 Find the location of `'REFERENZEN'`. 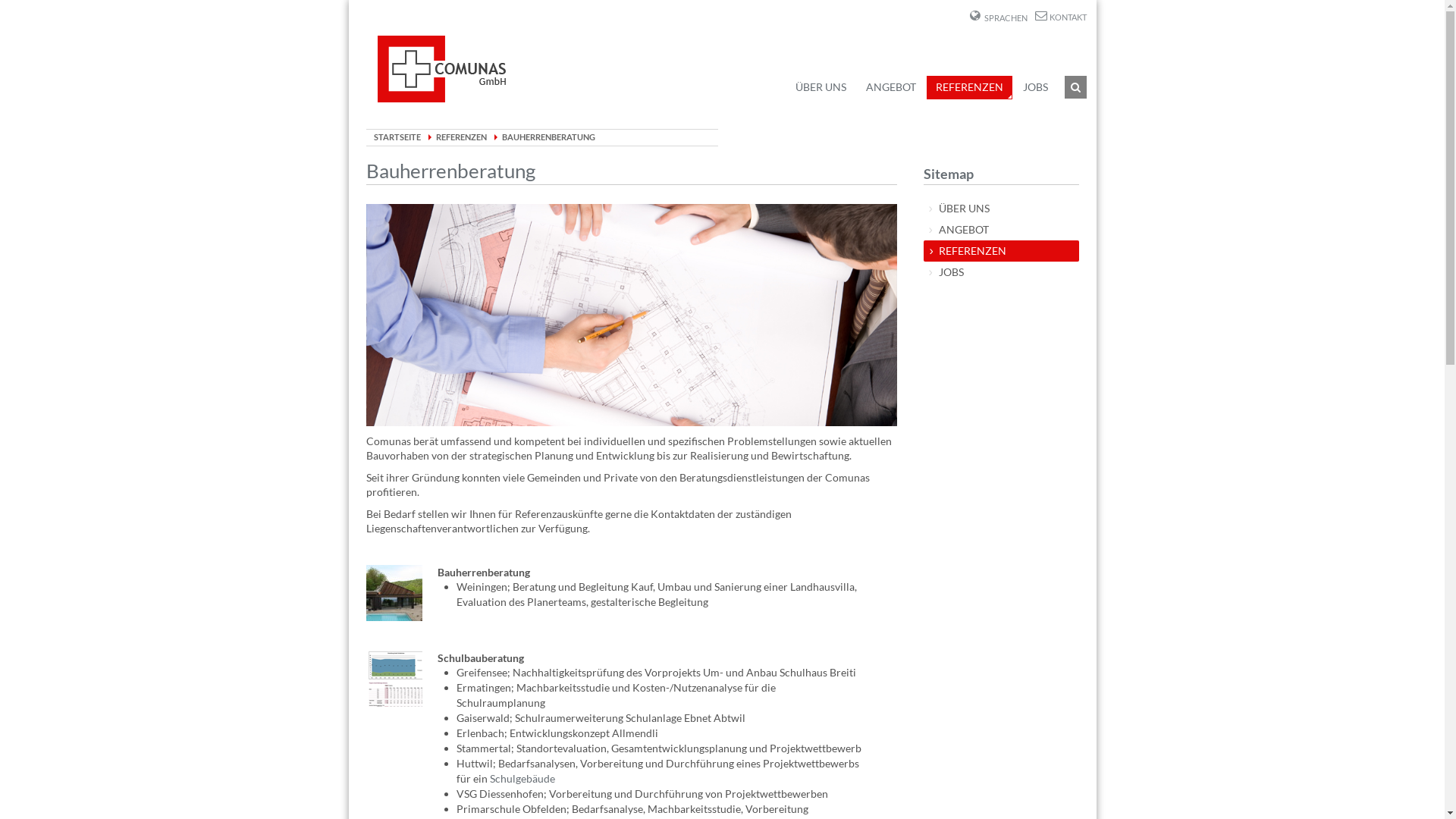

'REFERENZEN' is located at coordinates (926, 87).